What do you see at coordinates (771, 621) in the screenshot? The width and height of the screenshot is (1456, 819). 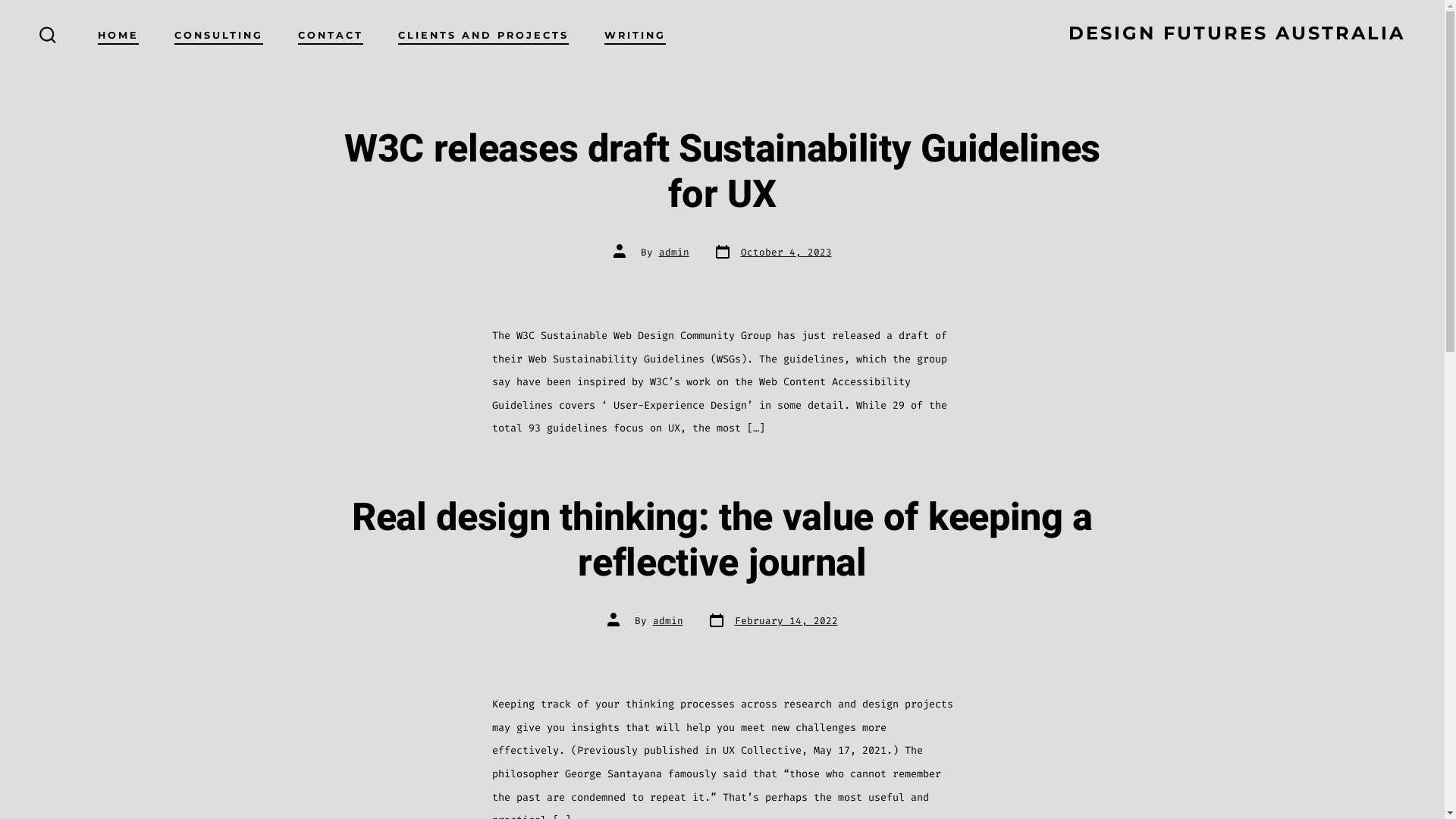 I see `'Post date` at bounding box center [771, 621].